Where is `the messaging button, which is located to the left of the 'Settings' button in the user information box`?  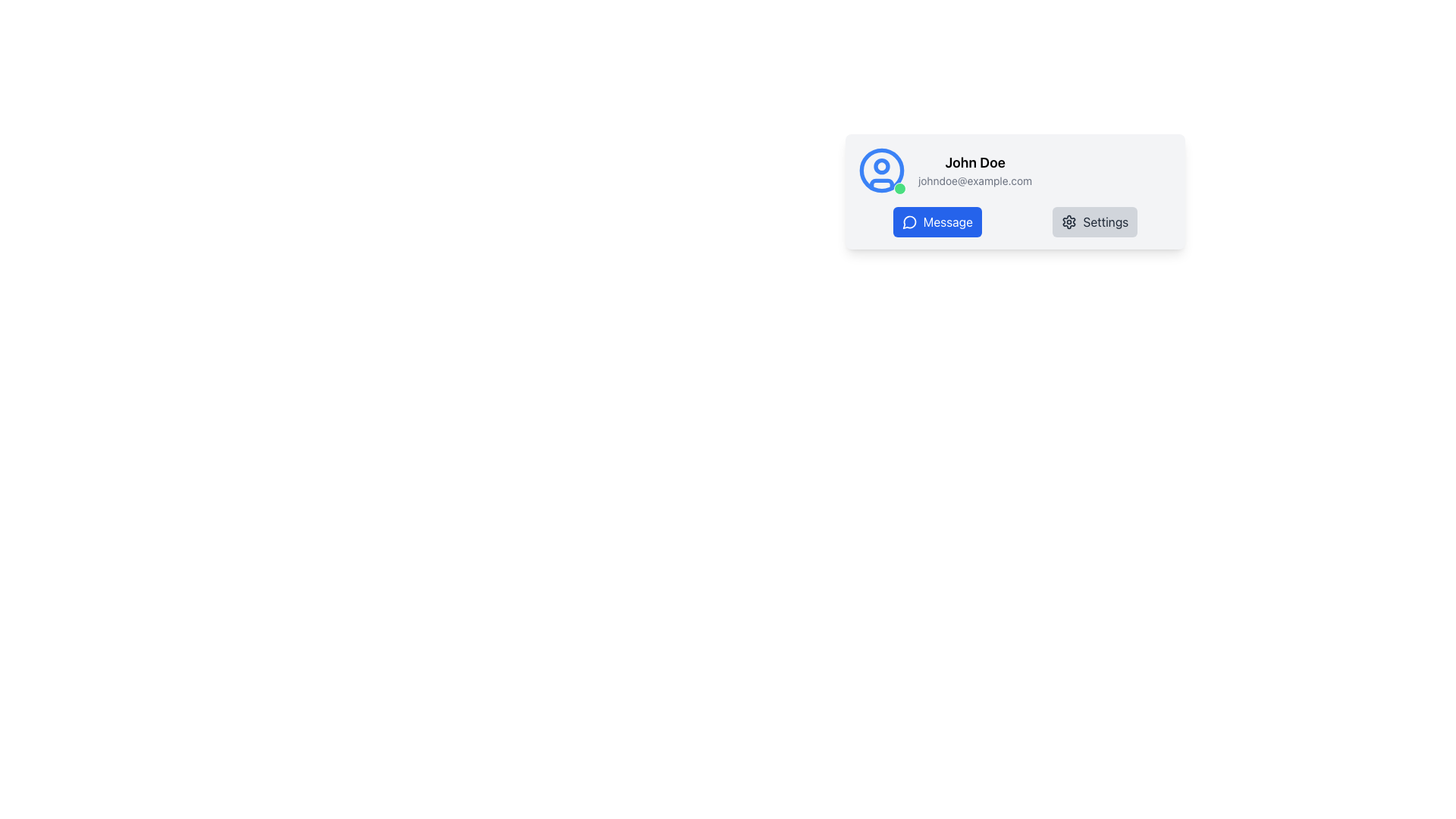
the messaging button, which is located to the left of the 'Settings' button in the user information box is located at coordinates (937, 222).